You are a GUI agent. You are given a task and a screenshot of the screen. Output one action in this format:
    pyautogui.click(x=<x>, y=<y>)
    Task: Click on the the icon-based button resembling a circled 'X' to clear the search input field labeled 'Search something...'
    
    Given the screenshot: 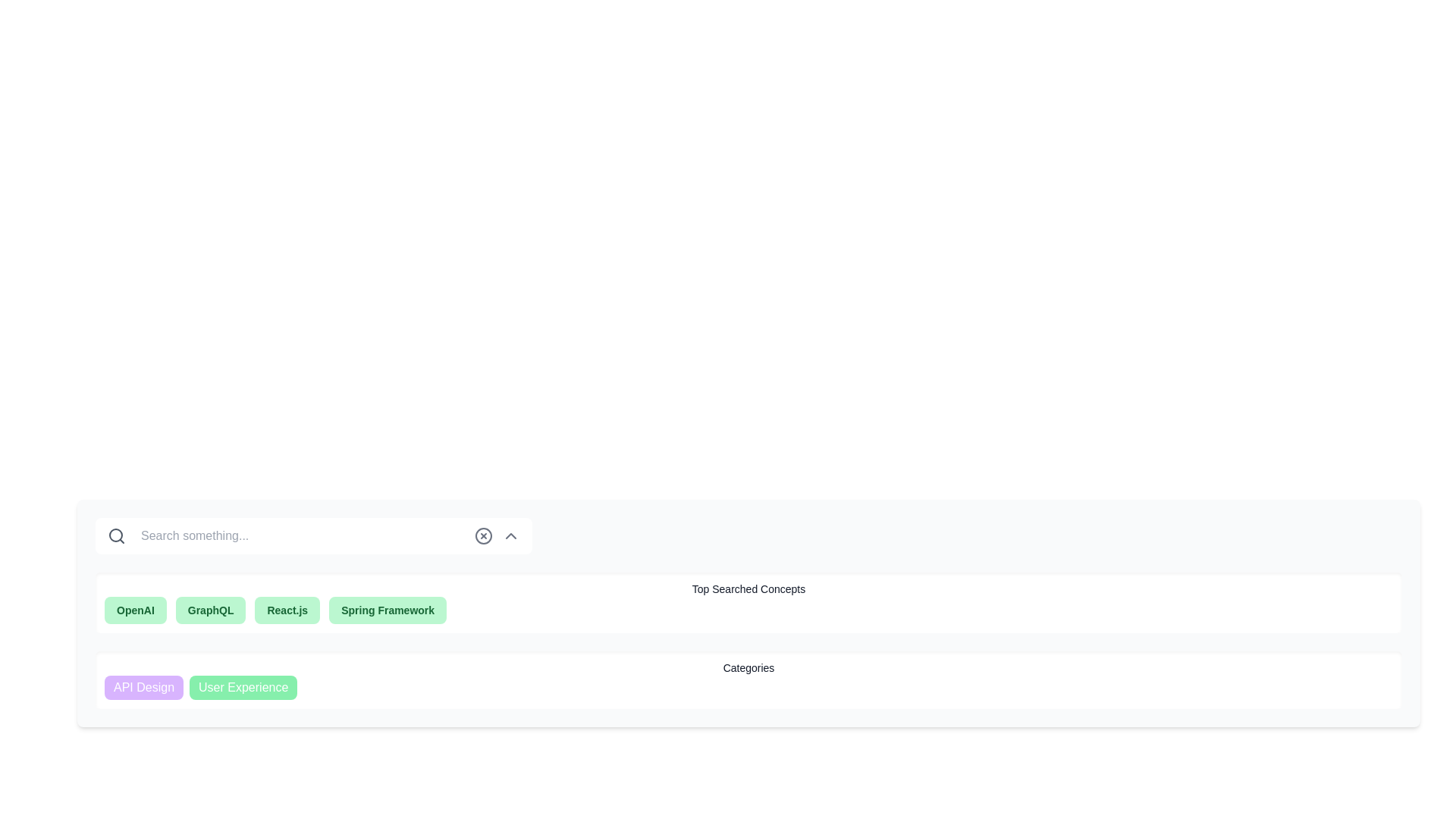 What is the action you would take?
    pyautogui.click(x=483, y=535)
    